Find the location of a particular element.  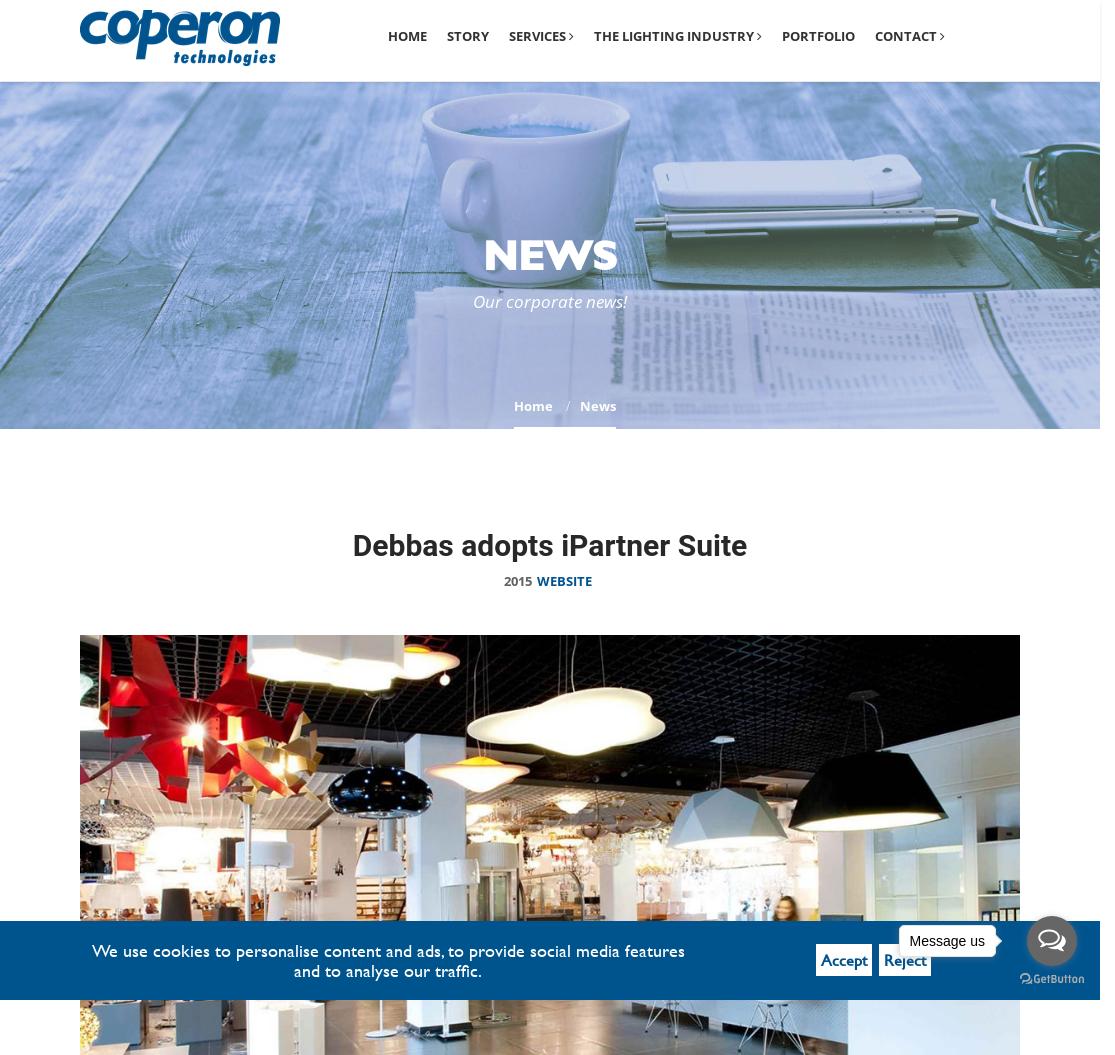

'Portfolio' is located at coordinates (817, 35).